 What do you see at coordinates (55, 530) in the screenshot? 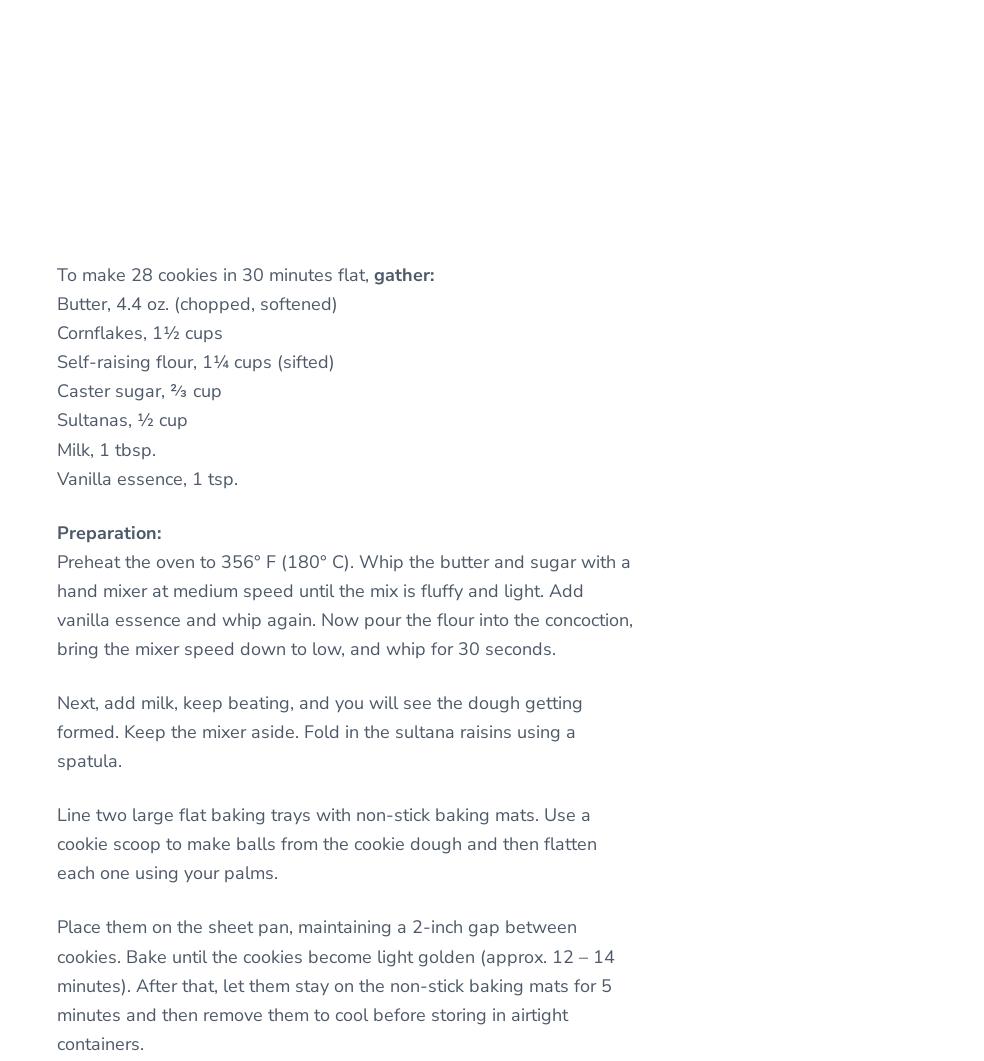
I see `'Preparation:'` at bounding box center [55, 530].